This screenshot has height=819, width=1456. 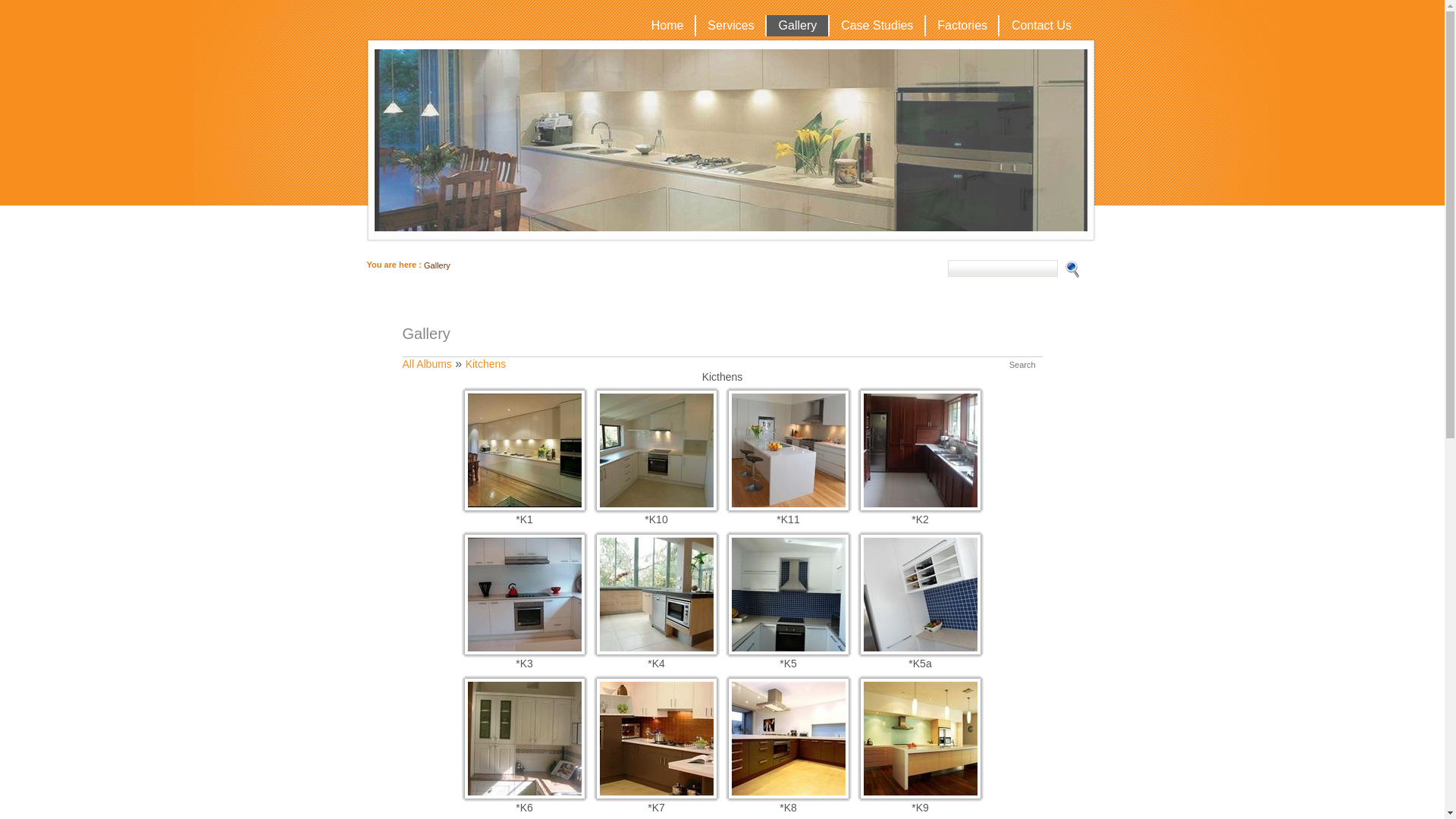 I want to click on ' Home ', so click(x=667, y=26).